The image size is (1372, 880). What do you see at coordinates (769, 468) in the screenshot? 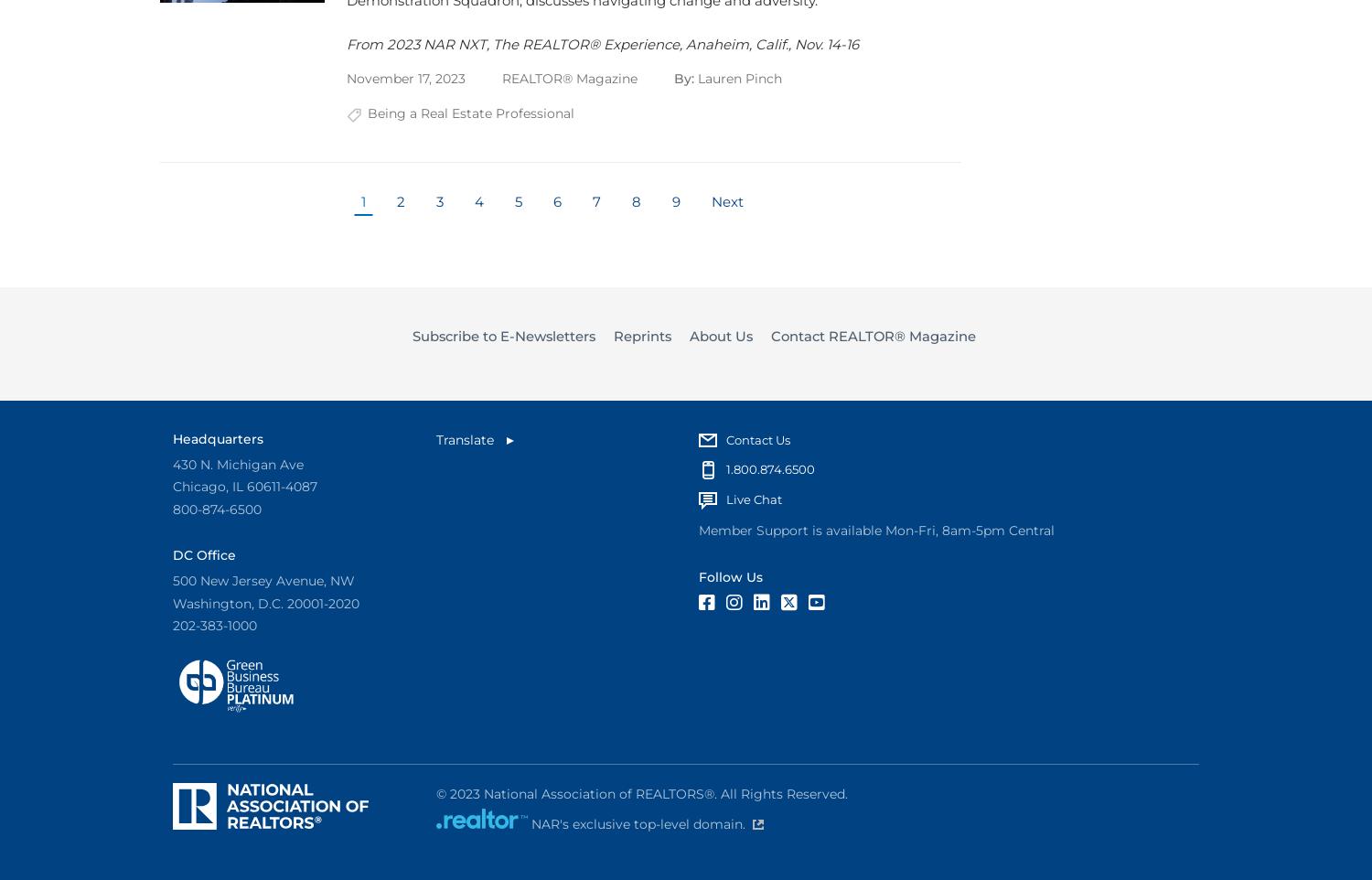
I see `'1.800.874.6500'` at bounding box center [769, 468].